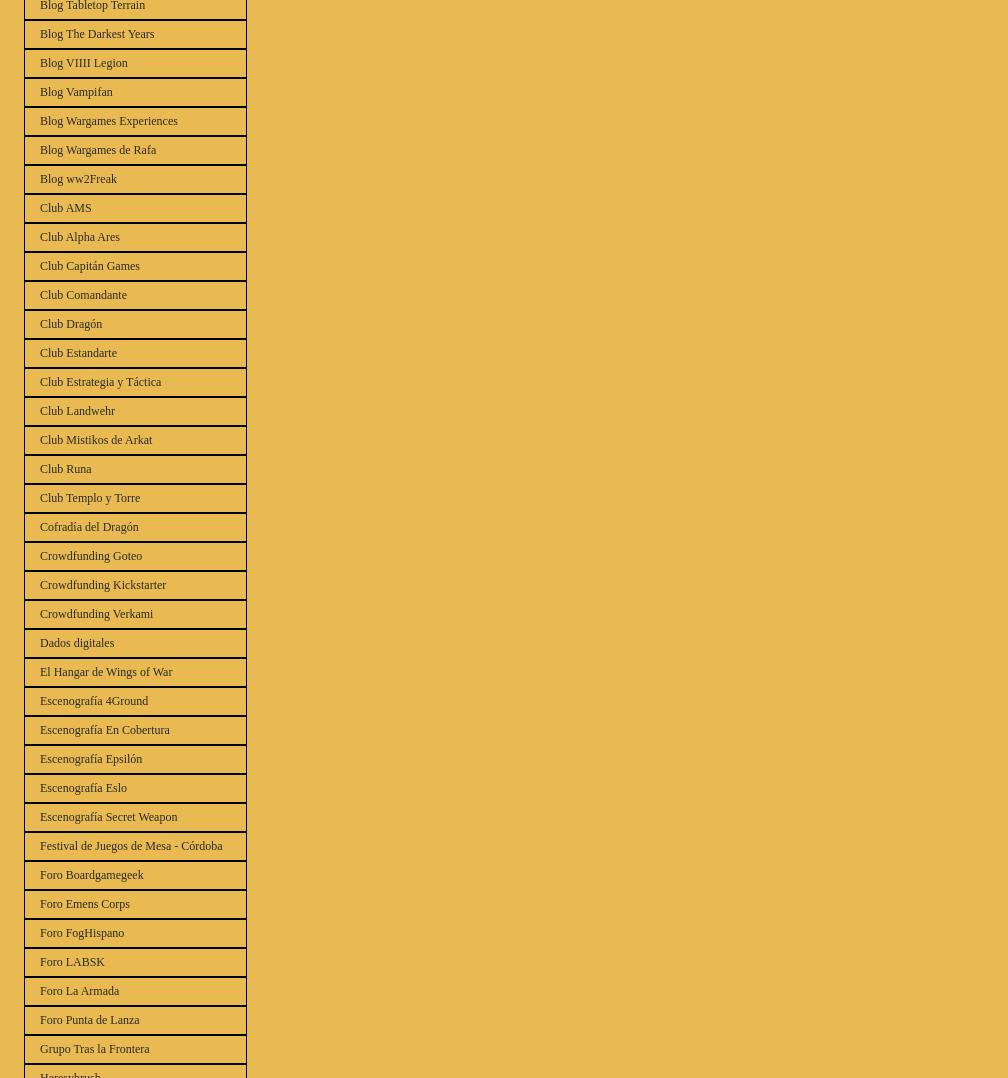  Describe the element at coordinates (82, 787) in the screenshot. I see `'Escenografía Eslo'` at that location.